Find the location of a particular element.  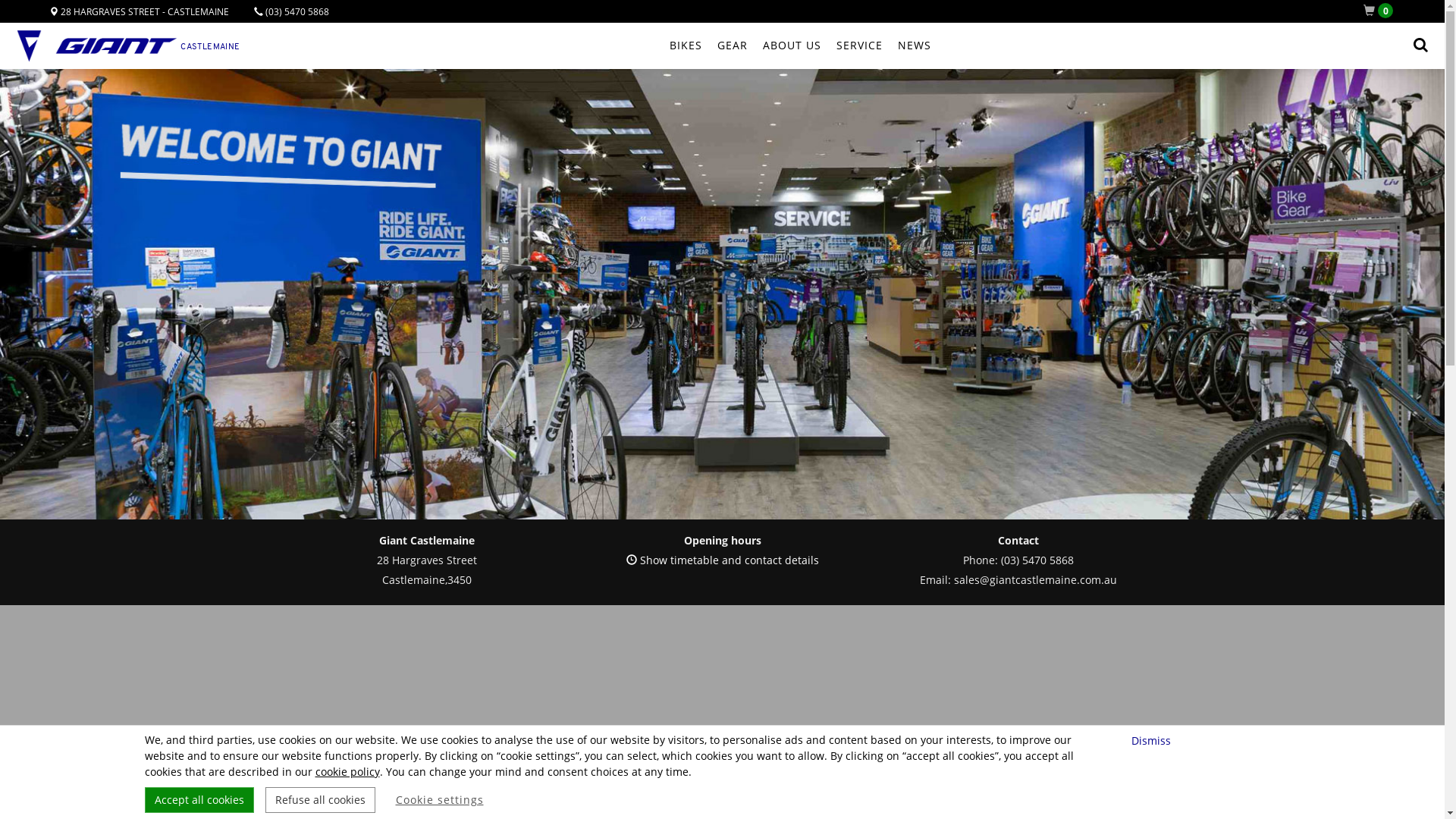

'SERVICE' is located at coordinates (858, 45).